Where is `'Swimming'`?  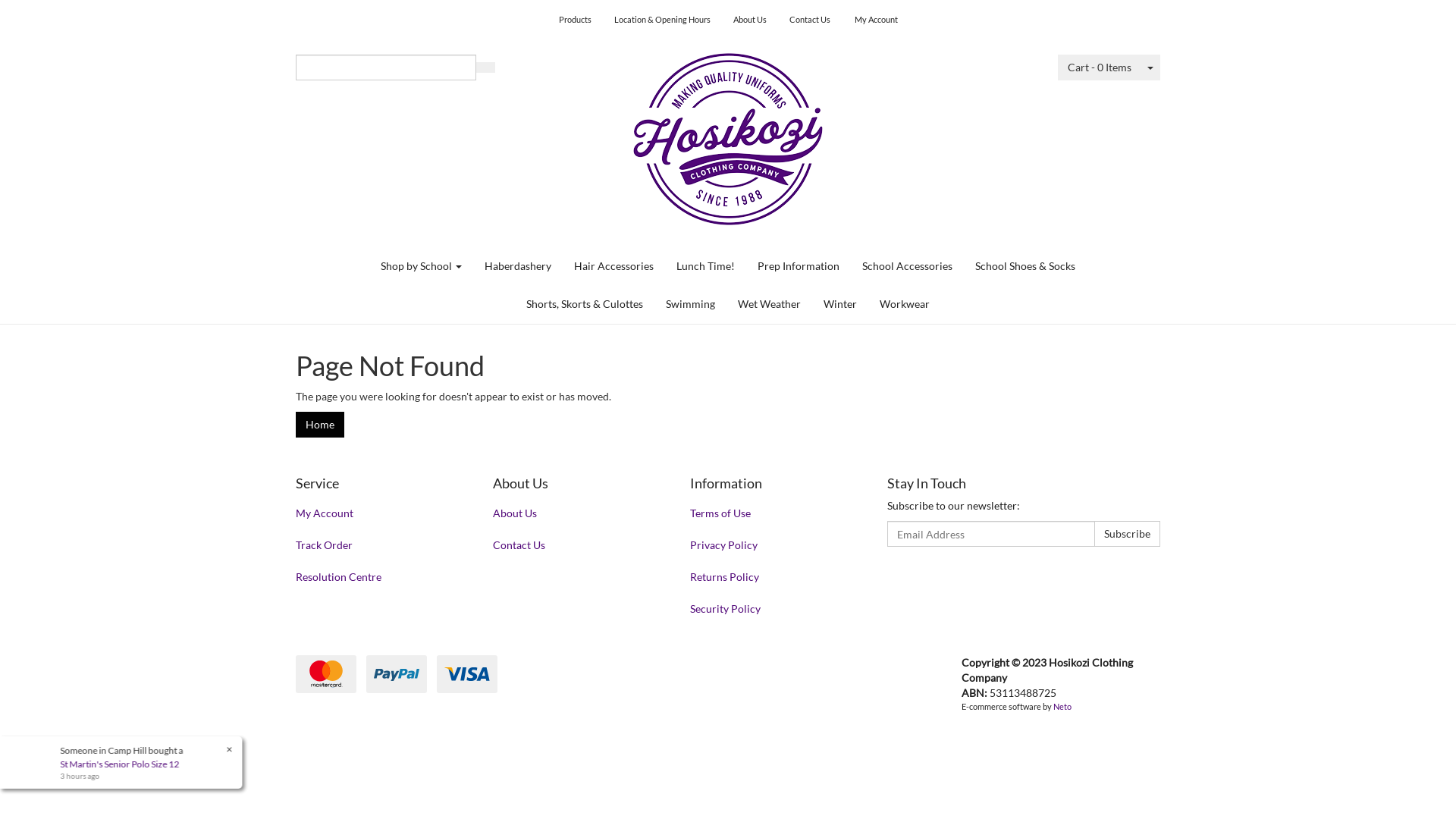
'Swimming' is located at coordinates (689, 304).